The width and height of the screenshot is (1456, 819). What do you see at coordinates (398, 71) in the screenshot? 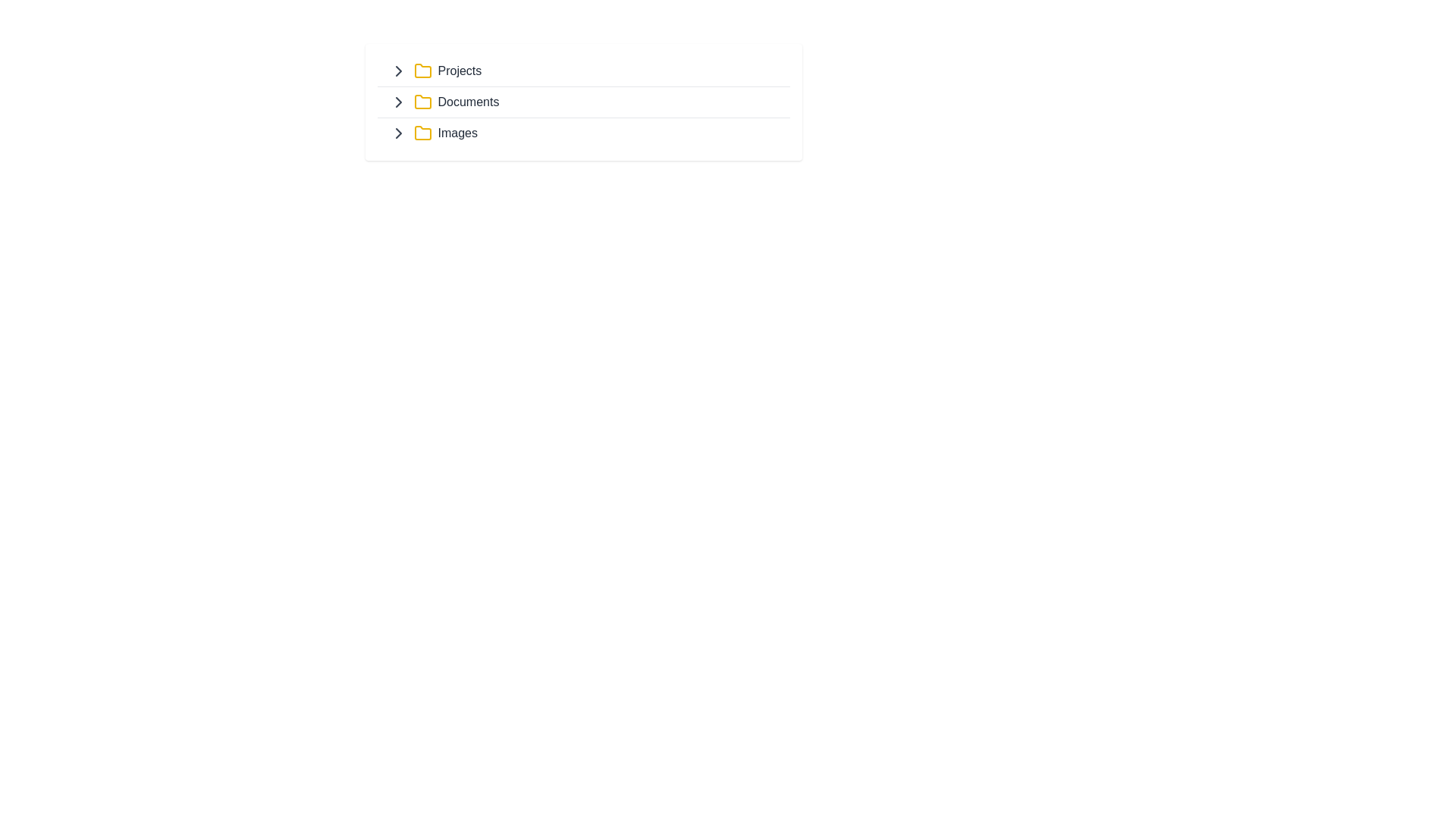
I see `the chevron icon that indicates the ability to expand or collapse the 'Projects' section` at bounding box center [398, 71].